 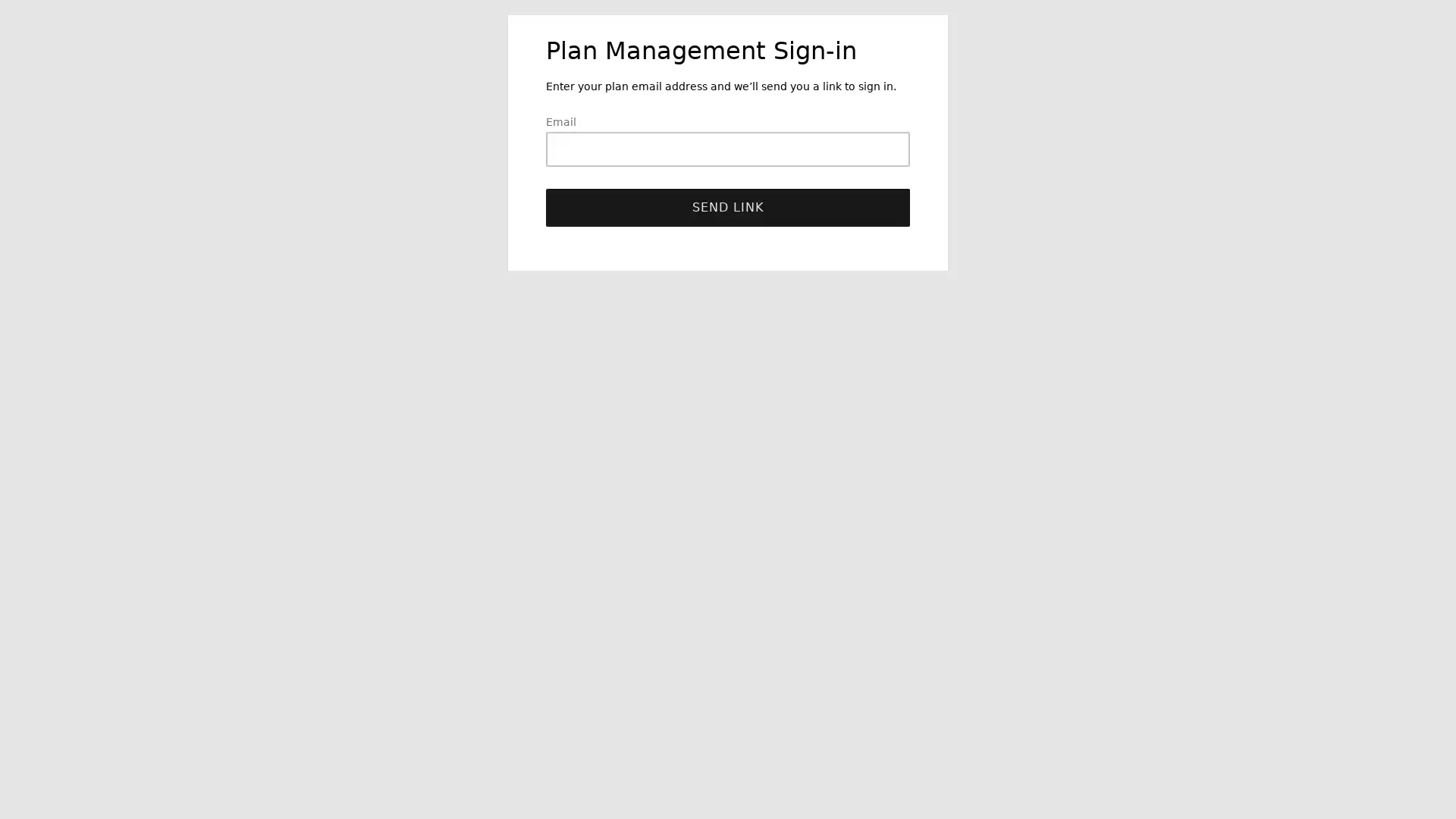 What do you see at coordinates (728, 207) in the screenshot?
I see `Send link` at bounding box center [728, 207].